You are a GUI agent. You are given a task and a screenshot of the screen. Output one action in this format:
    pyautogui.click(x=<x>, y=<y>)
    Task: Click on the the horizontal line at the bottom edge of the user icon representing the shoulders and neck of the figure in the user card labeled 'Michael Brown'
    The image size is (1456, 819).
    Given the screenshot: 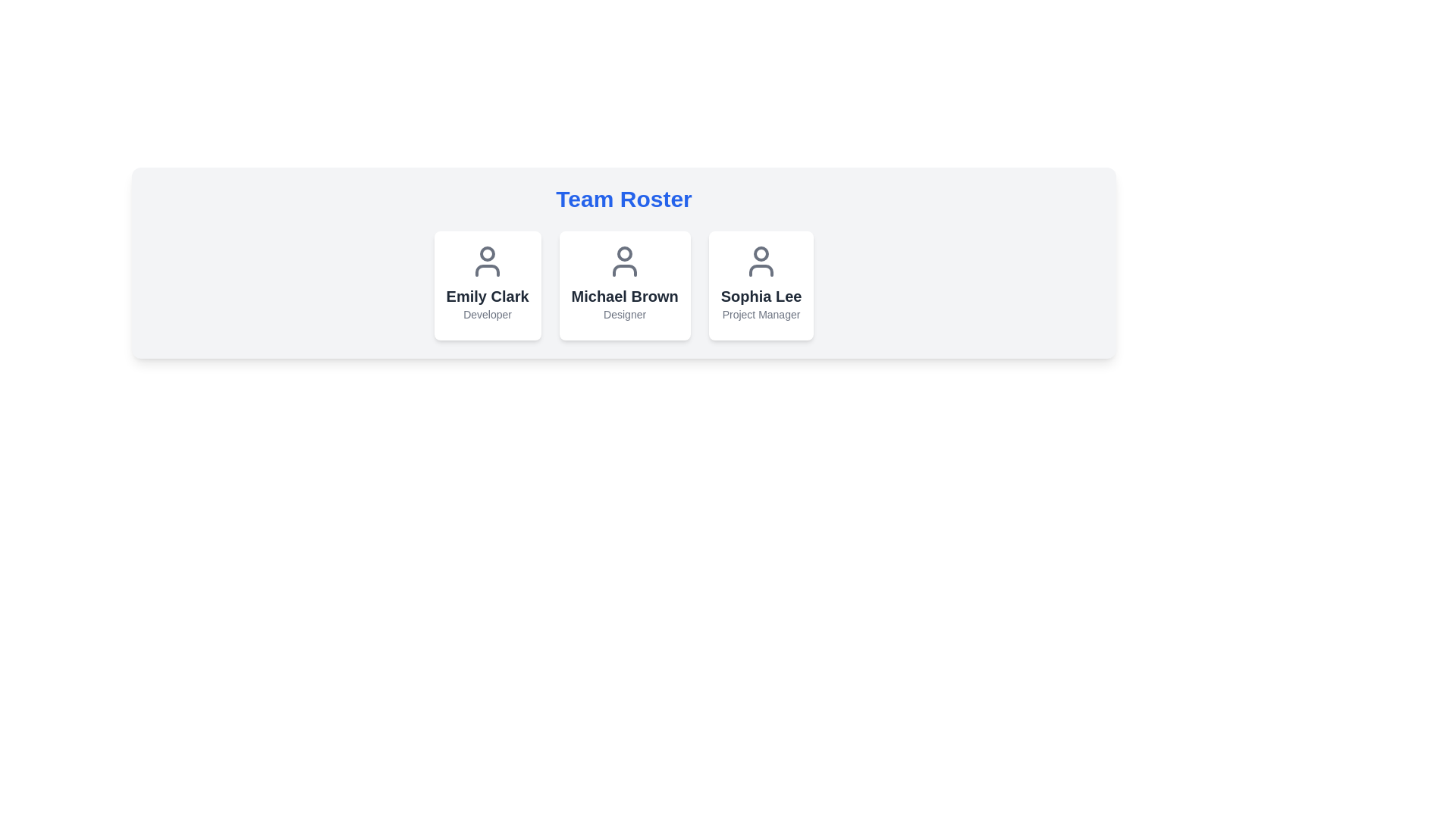 What is the action you would take?
    pyautogui.click(x=625, y=270)
    